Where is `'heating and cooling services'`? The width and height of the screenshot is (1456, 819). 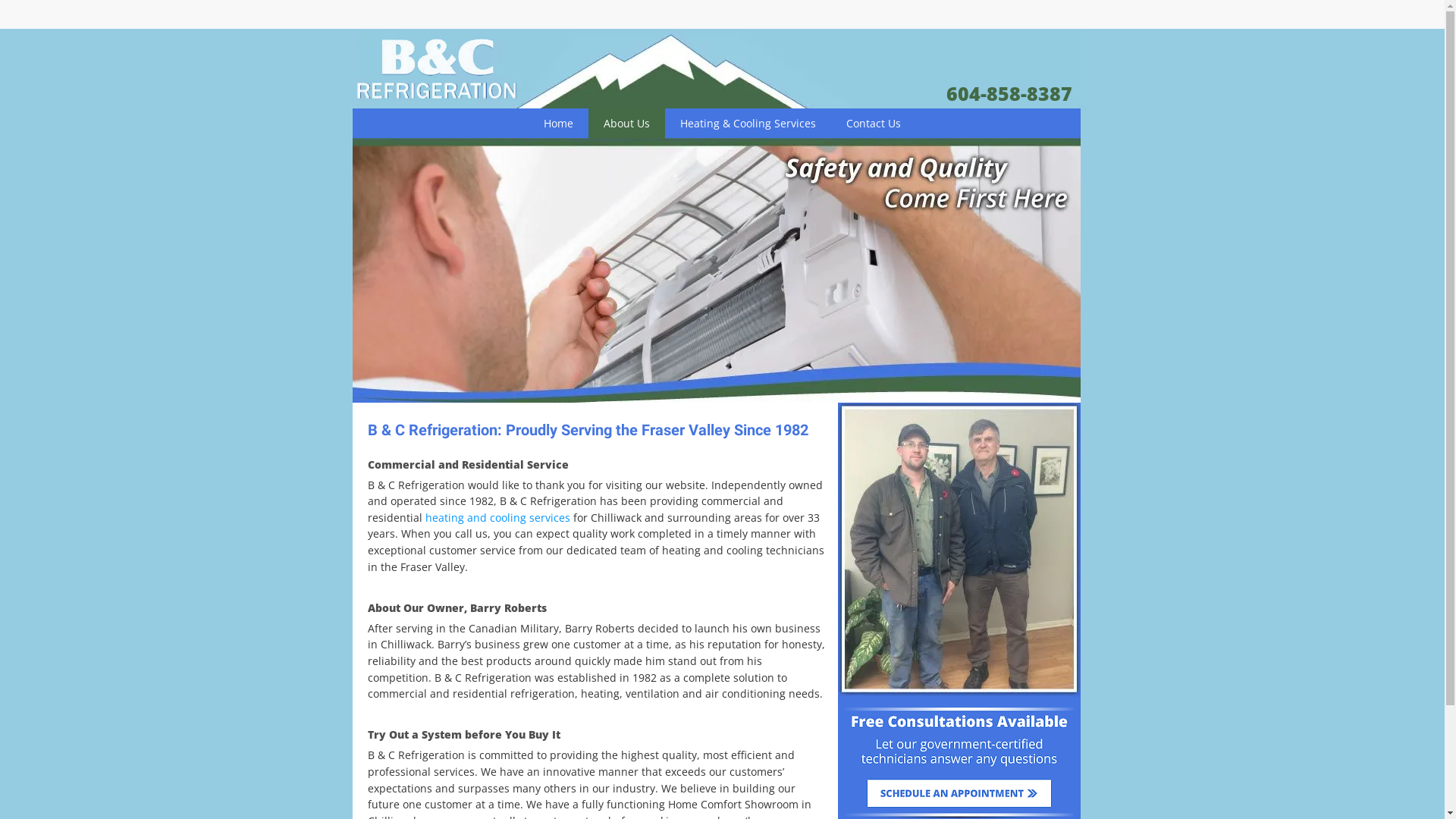 'heating and cooling services' is located at coordinates (497, 516).